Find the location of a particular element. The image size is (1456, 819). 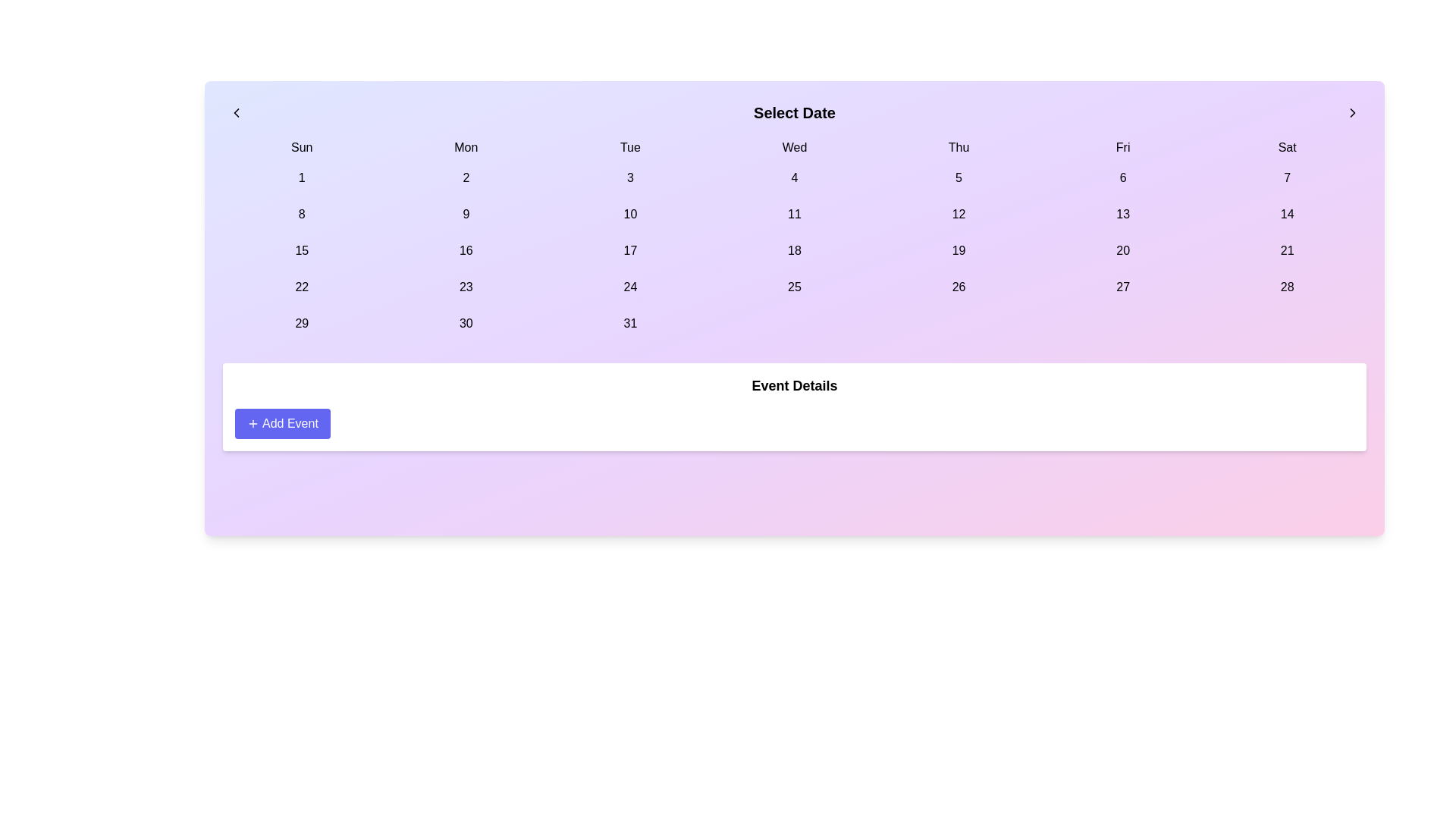

the date button labeled '29', which is a rectangular button with rounded edges located in the calendar grid is located at coordinates (302, 323).